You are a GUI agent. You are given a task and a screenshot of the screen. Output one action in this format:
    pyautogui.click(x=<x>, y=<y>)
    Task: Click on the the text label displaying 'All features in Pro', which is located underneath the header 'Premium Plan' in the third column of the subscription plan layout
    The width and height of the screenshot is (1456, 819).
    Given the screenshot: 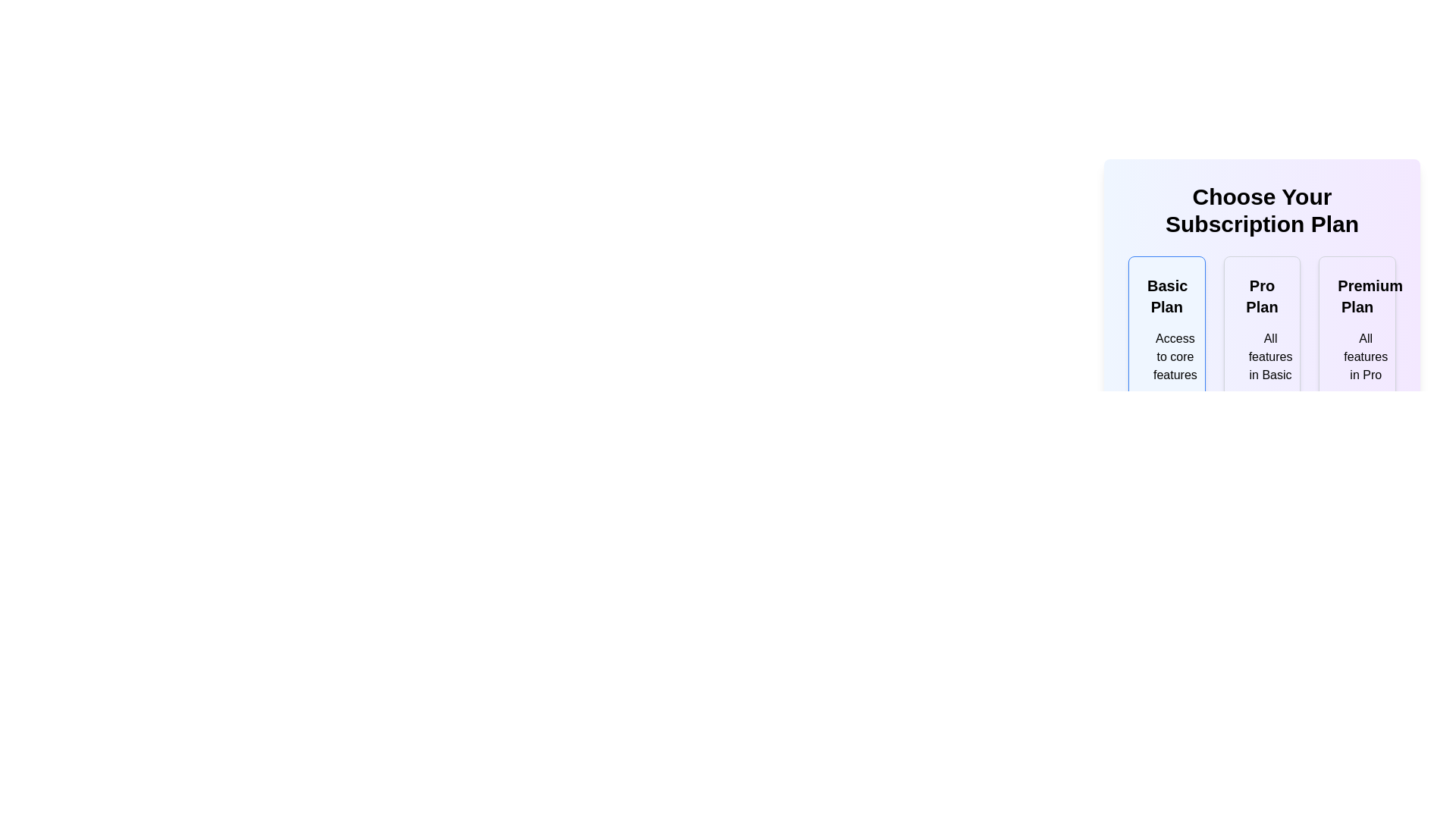 What is the action you would take?
    pyautogui.click(x=1366, y=356)
    